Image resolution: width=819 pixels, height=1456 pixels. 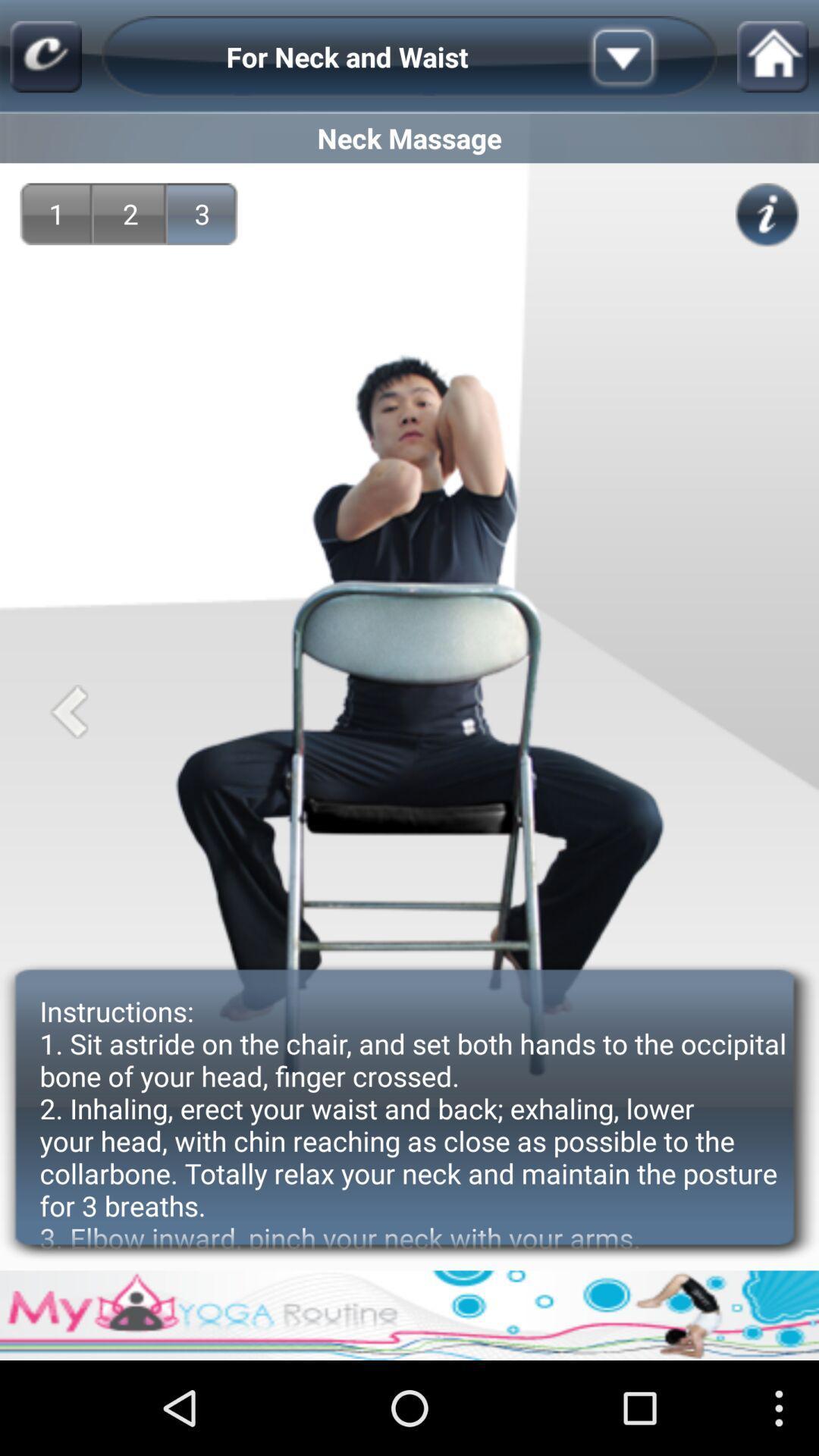 What do you see at coordinates (773, 57) in the screenshot?
I see `item above neck massage` at bounding box center [773, 57].